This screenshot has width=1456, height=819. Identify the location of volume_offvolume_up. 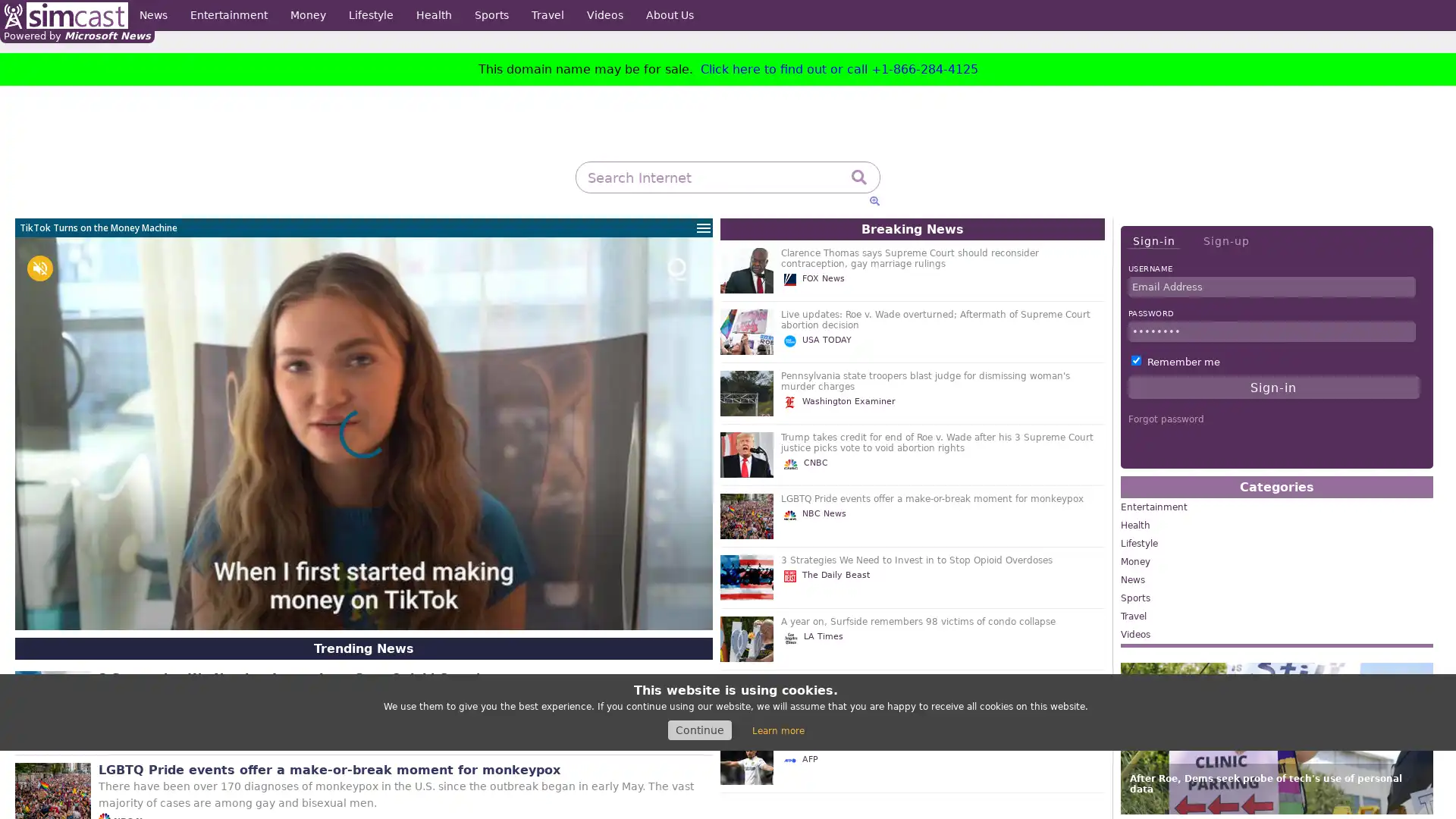
(39, 268).